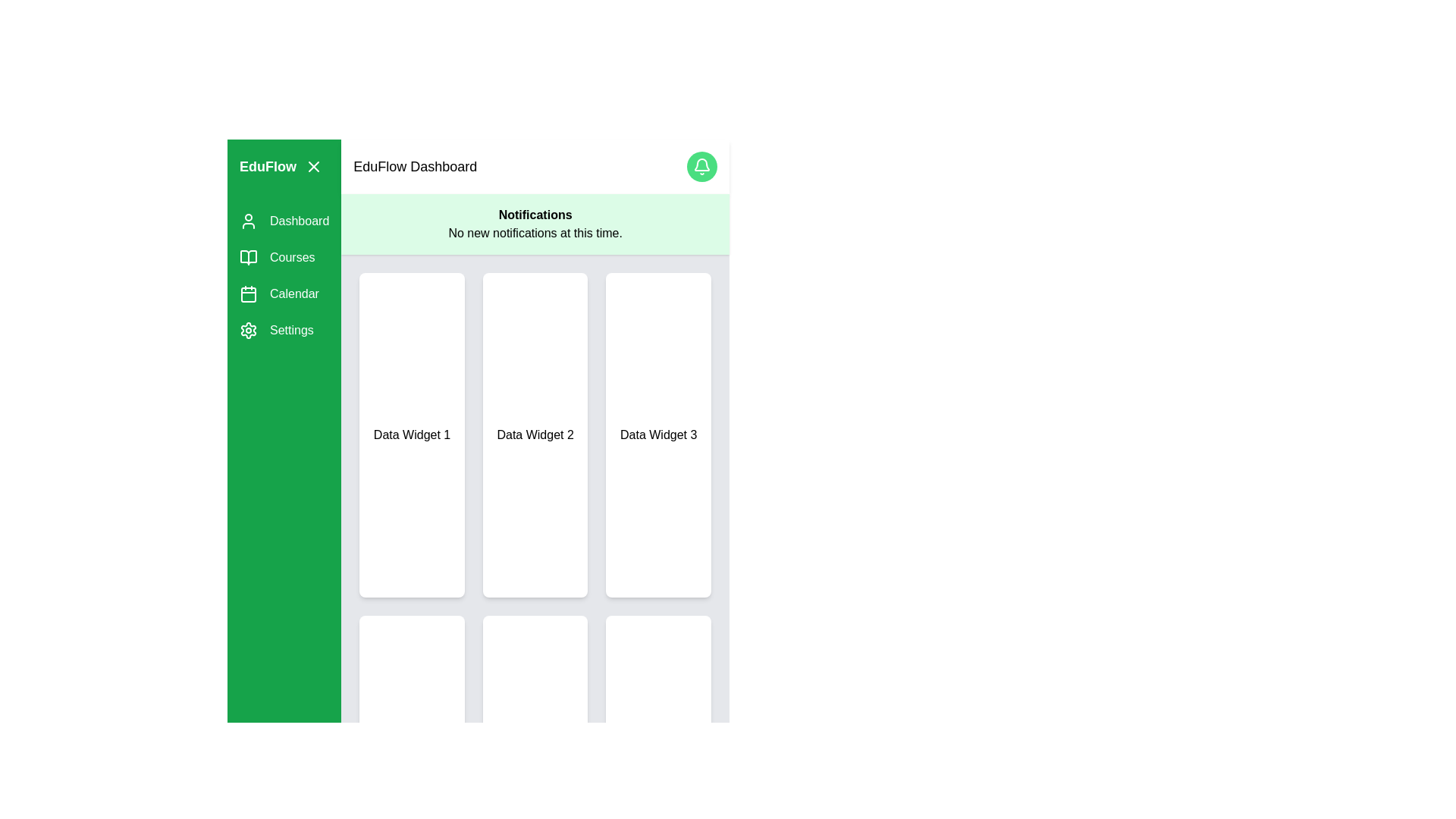 This screenshot has height=819, width=1456. What do you see at coordinates (535, 234) in the screenshot?
I see `the text label displaying 'No new notifications at this time.' which is located below the 'Notifications' heading within a green background area` at bounding box center [535, 234].